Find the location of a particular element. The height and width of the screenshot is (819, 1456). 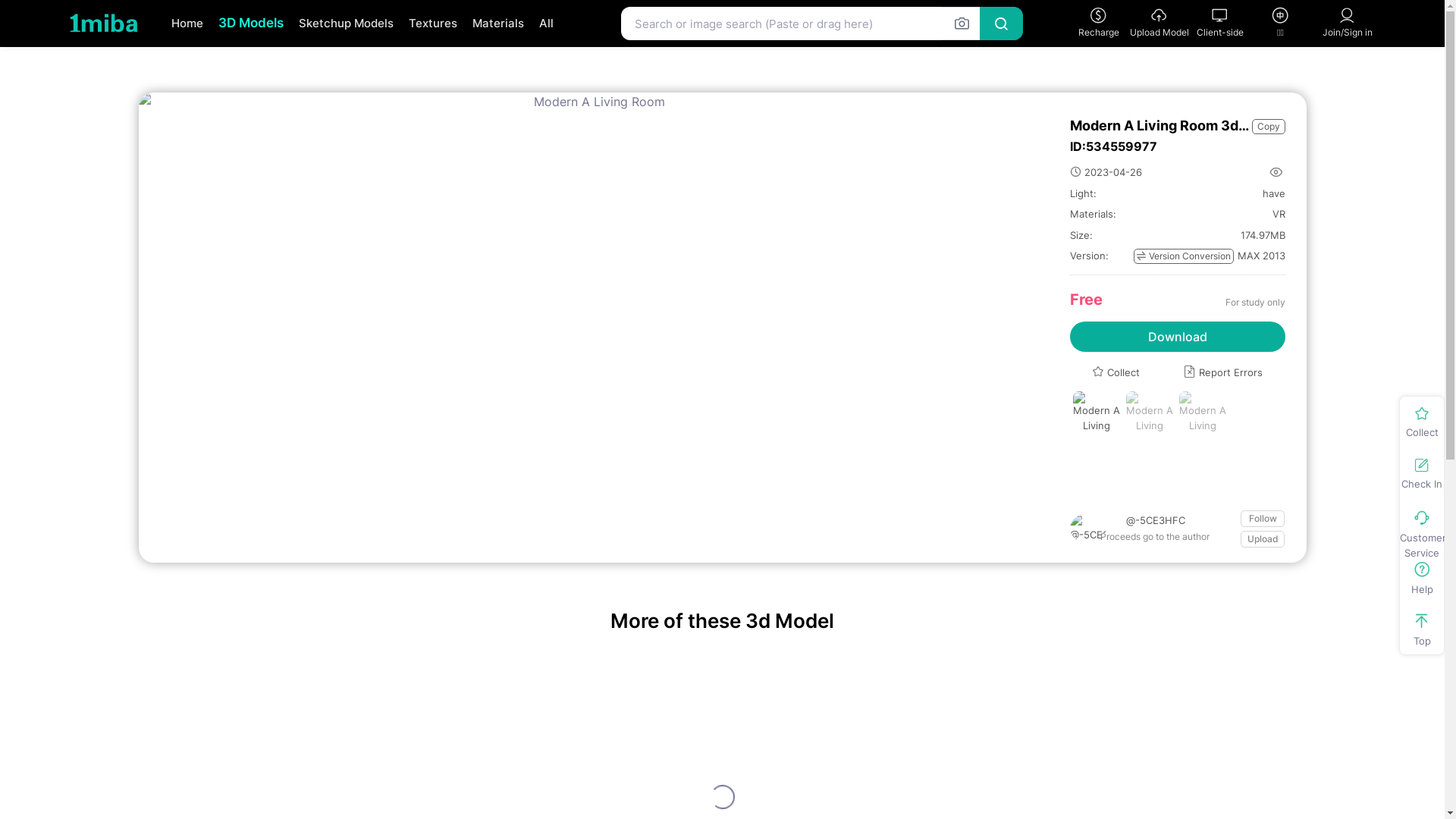

'All' is located at coordinates (545, 24).